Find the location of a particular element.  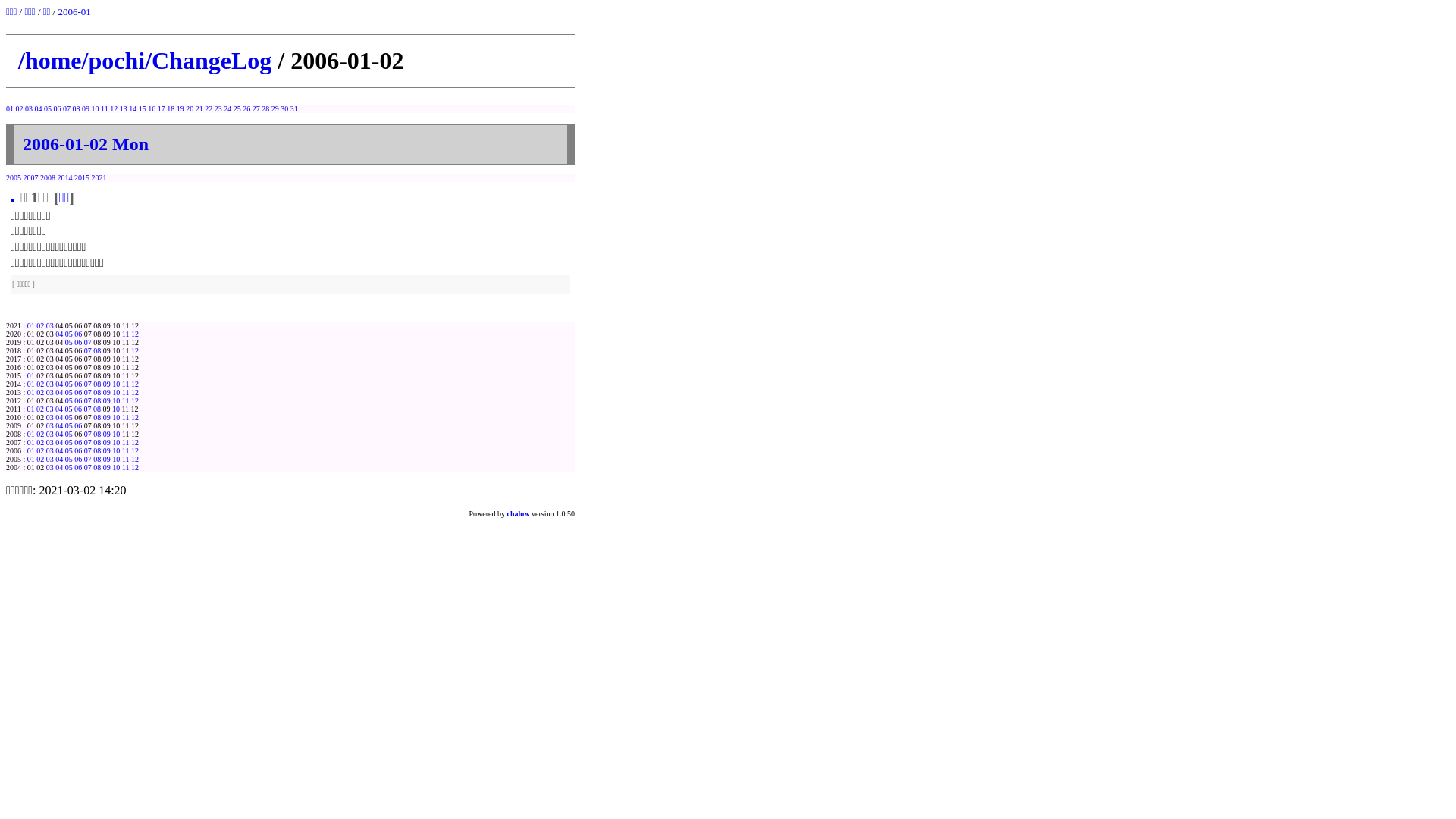

'05' is located at coordinates (68, 434).